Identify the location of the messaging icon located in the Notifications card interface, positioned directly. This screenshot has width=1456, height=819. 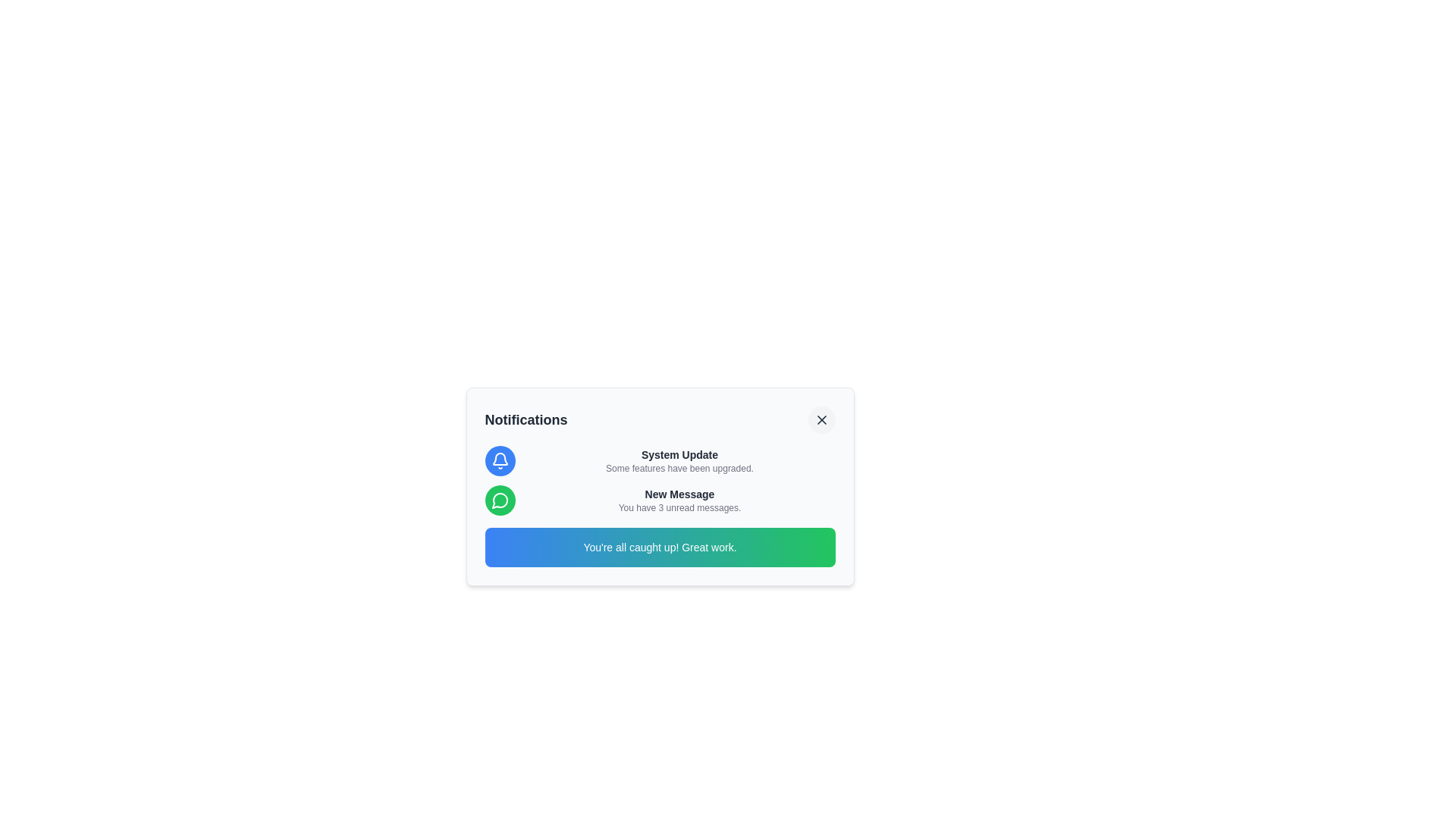
(500, 500).